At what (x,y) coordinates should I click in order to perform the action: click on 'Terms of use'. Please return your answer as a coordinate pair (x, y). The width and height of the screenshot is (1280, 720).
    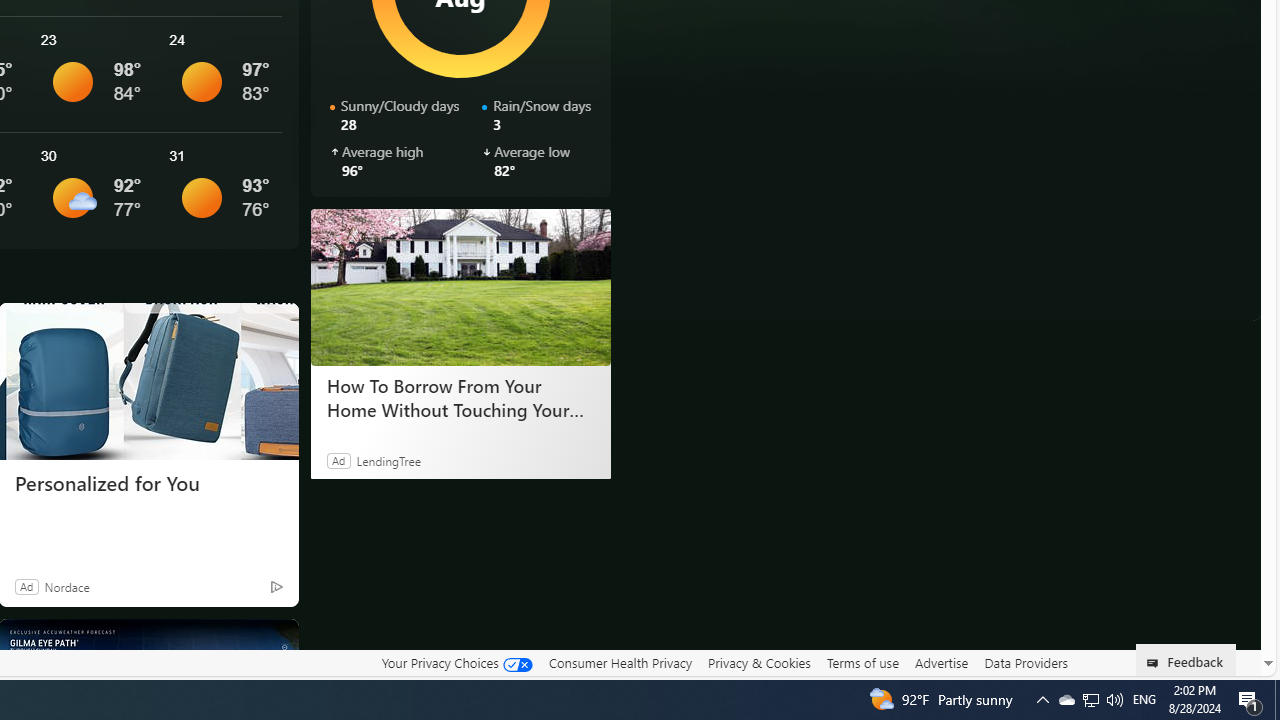
    Looking at the image, I should click on (862, 662).